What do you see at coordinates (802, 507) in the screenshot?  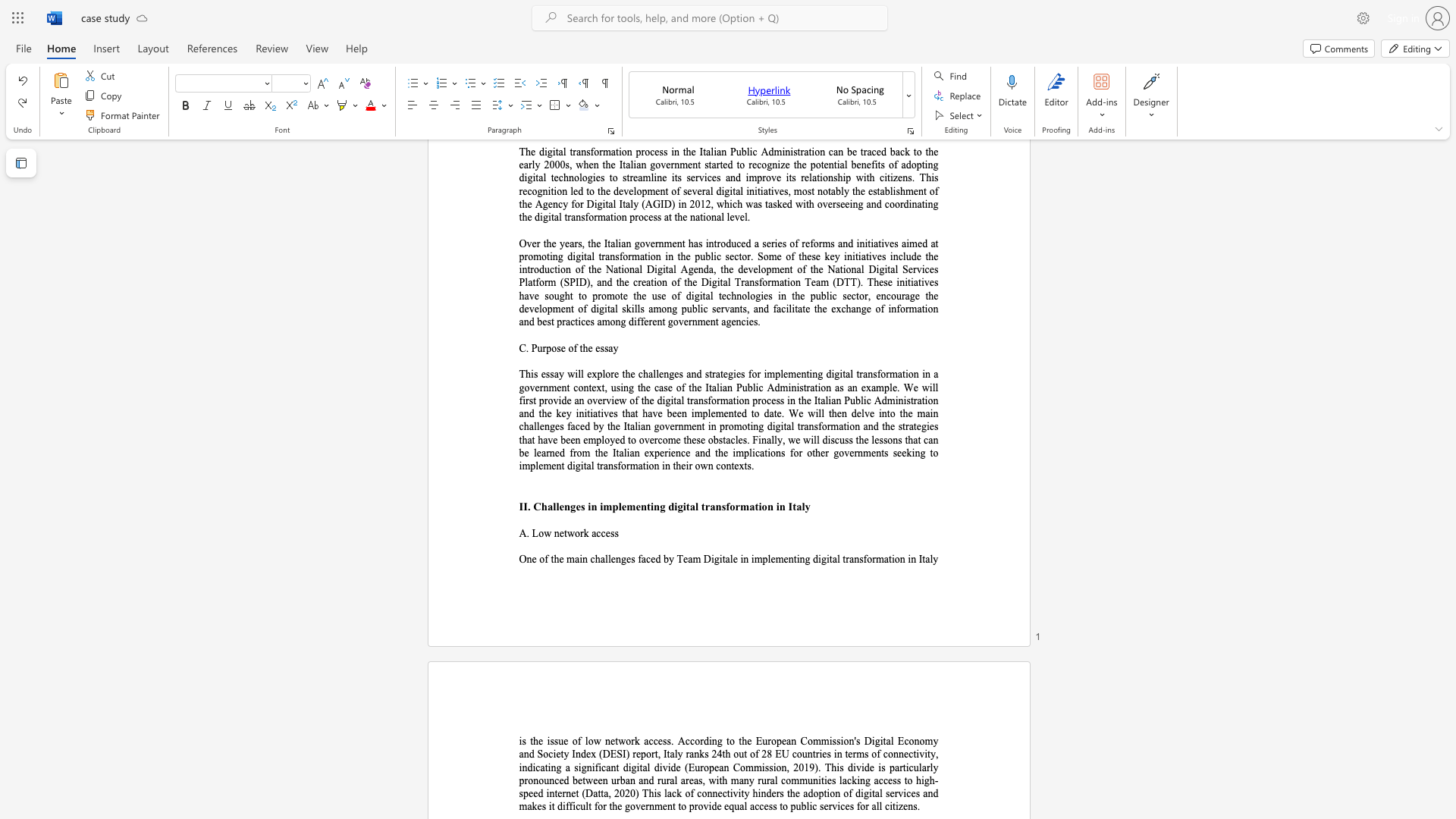 I see `the 5th character "l" in the text` at bounding box center [802, 507].